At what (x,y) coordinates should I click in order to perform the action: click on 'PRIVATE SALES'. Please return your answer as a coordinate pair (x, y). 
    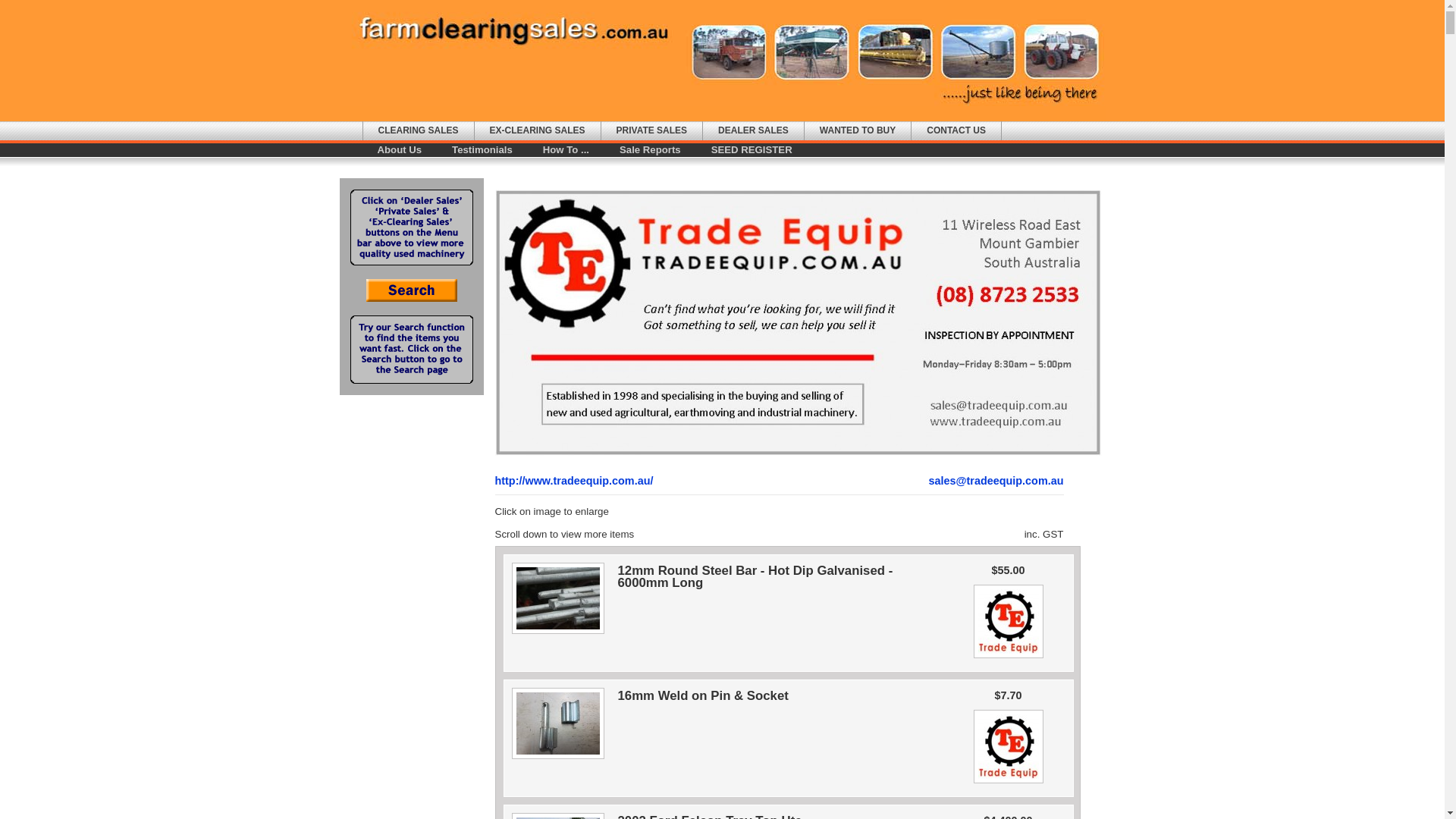
    Looking at the image, I should click on (651, 130).